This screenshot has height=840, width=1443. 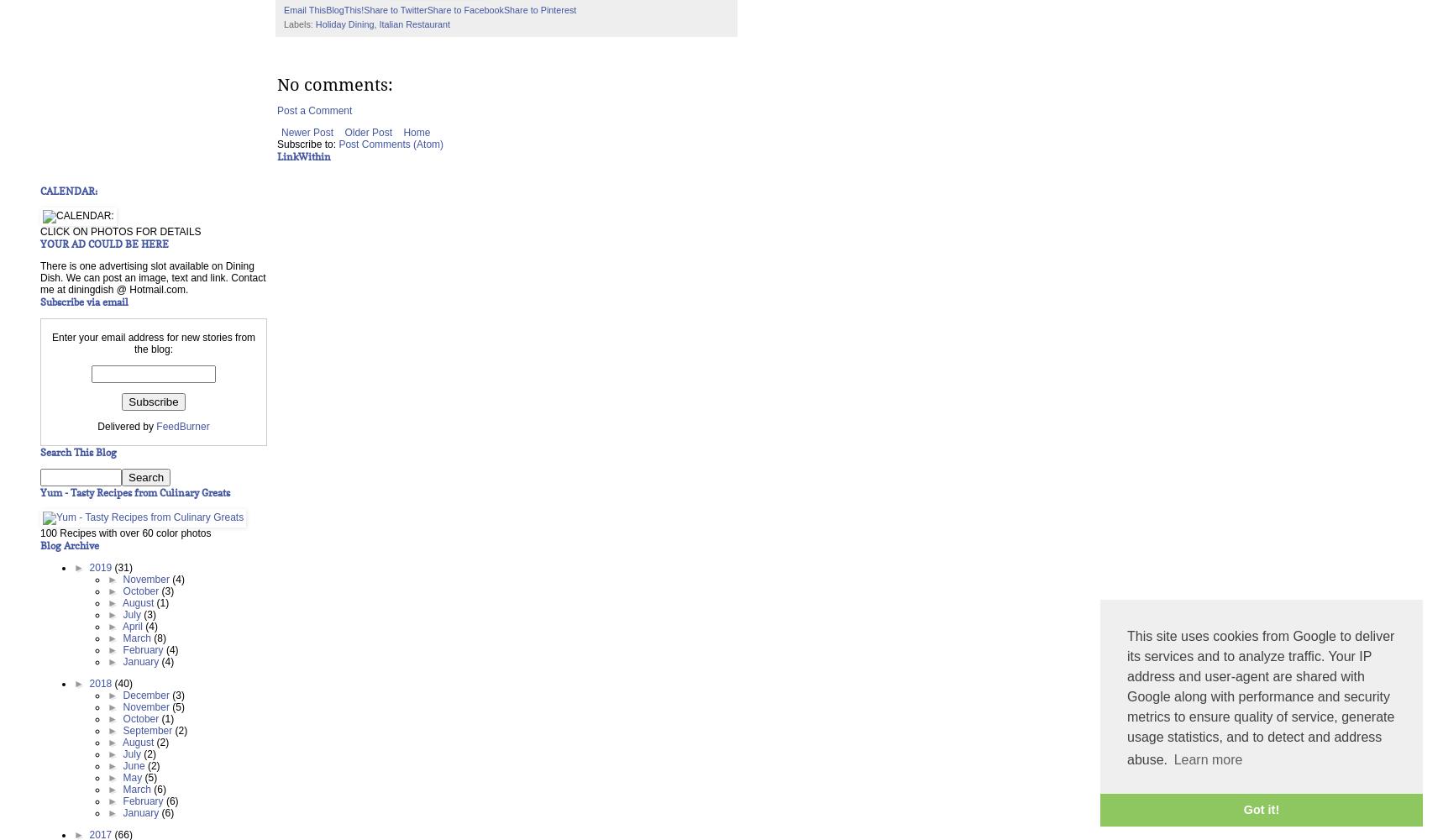 What do you see at coordinates (344, 9) in the screenshot?
I see `'BlogThis!'` at bounding box center [344, 9].